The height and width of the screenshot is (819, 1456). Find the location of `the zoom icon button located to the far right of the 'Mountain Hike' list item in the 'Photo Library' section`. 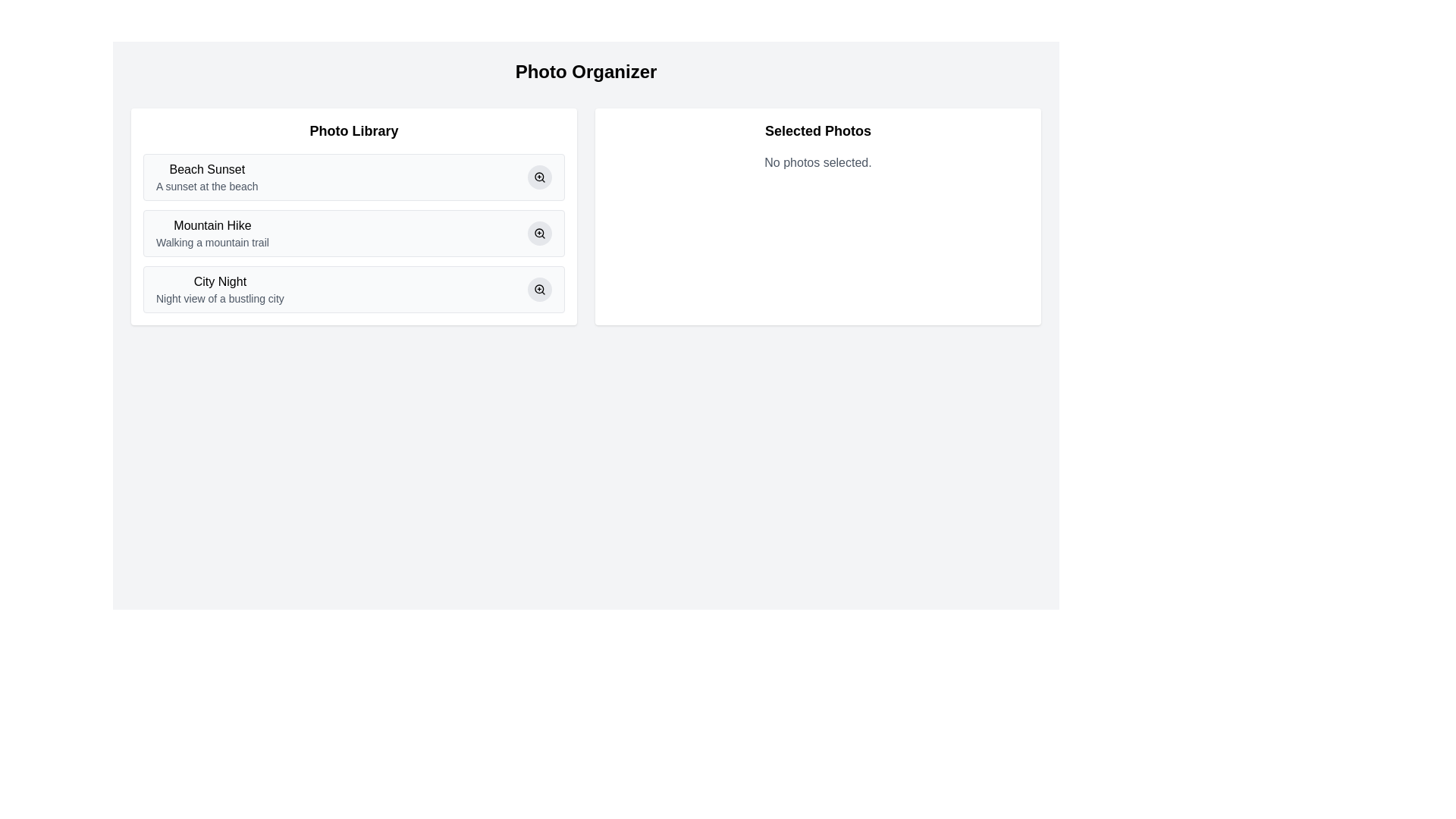

the zoom icon button located to the far right of the 'Mountain Hike' list item in the 'Photo Library' section is located at coordinates (539, 234).